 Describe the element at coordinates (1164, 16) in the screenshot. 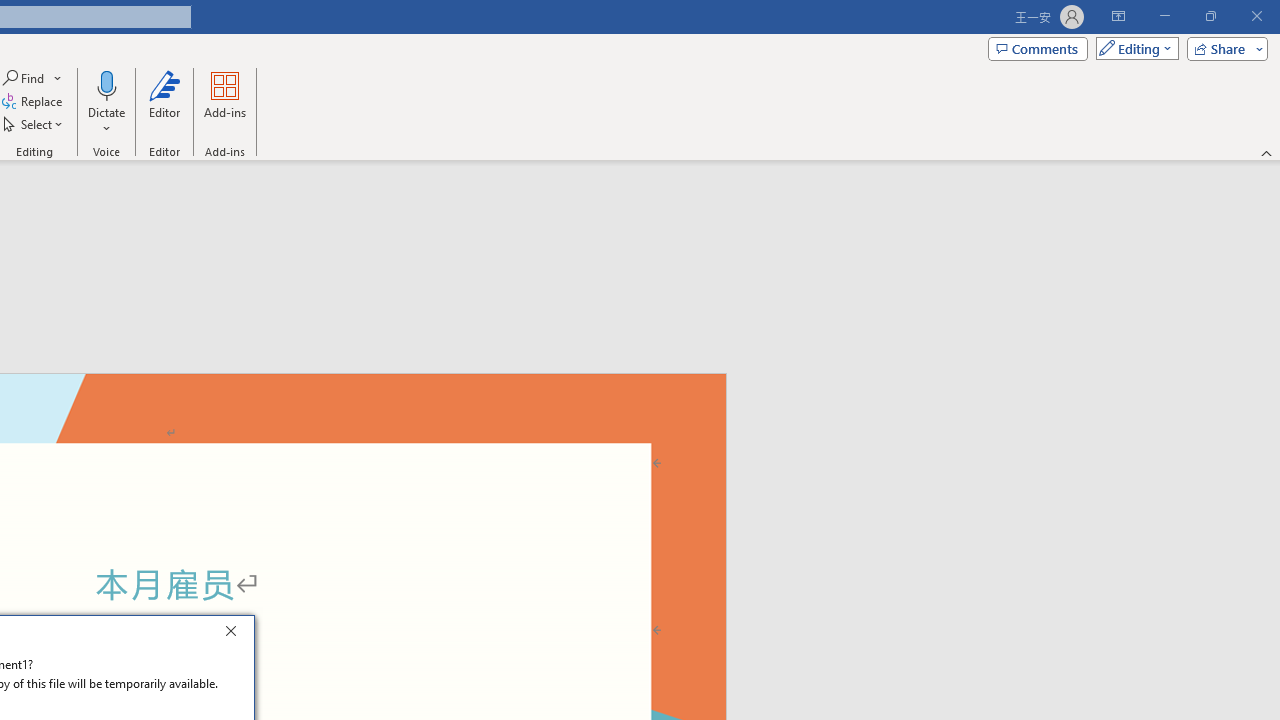

I see `'Minimize'` at that location.